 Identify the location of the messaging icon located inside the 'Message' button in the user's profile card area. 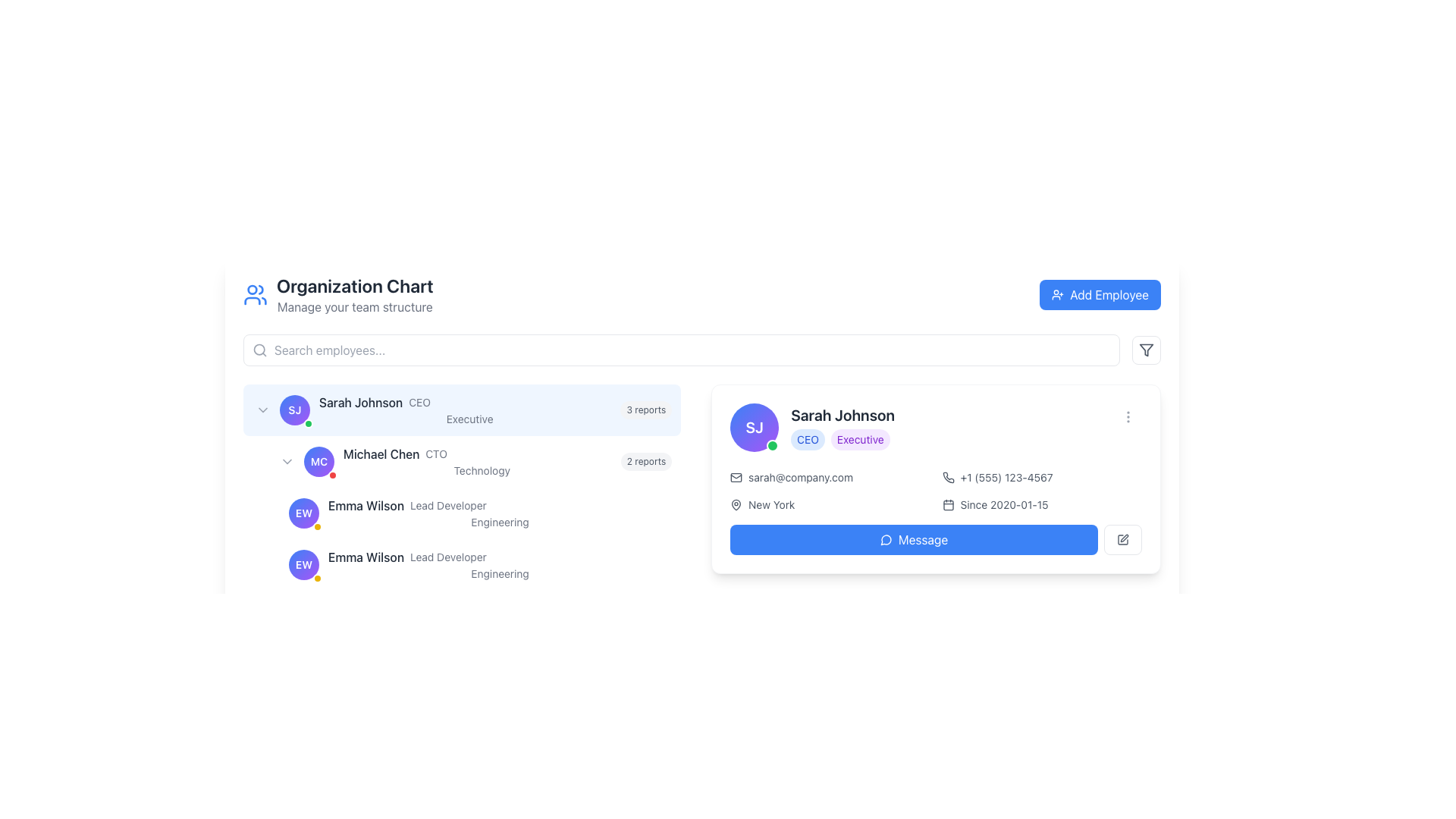
(886, 539).